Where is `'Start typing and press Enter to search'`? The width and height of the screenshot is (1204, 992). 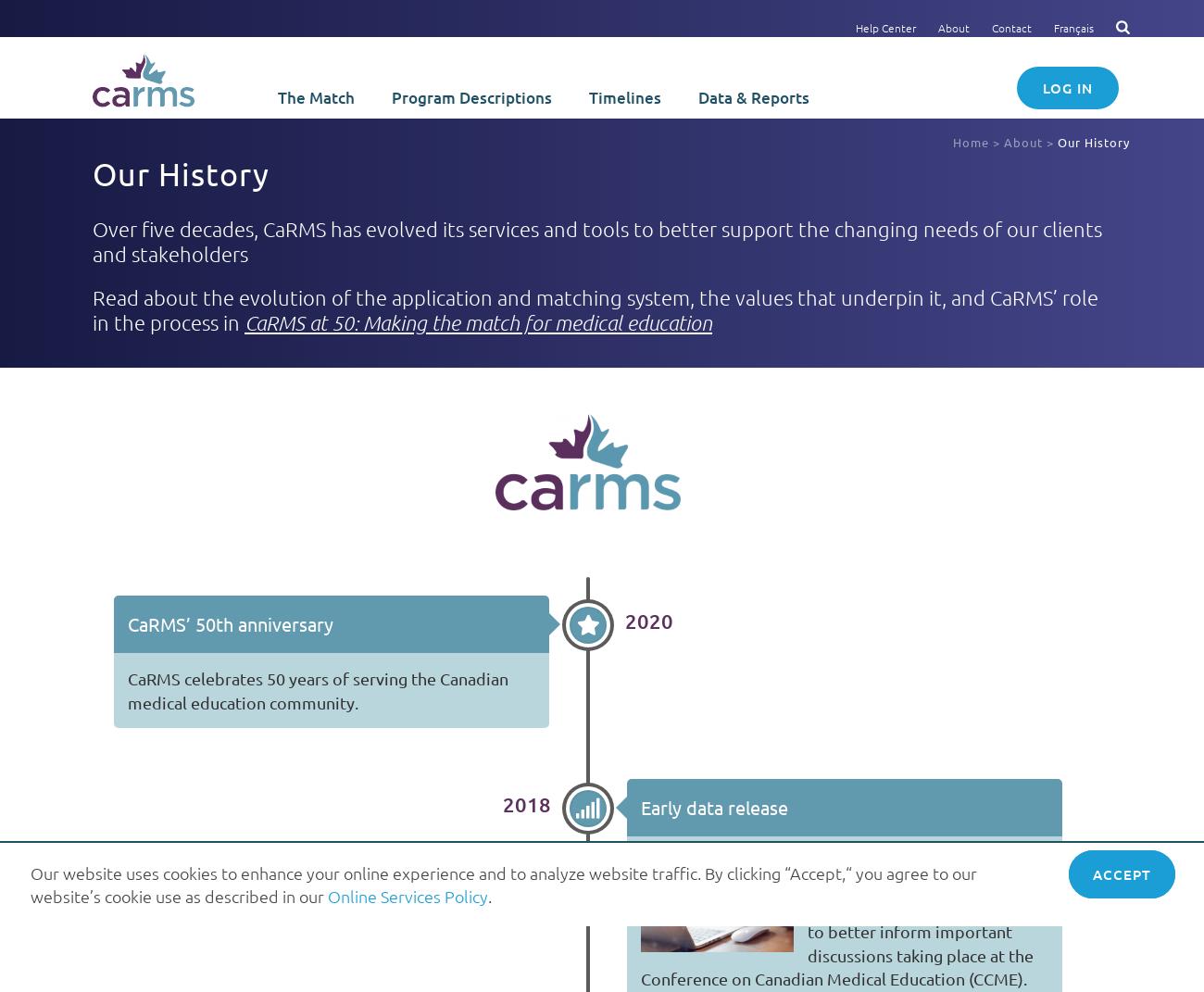 'Start typing and press Enter to search' is located at coordinates (600, 409).